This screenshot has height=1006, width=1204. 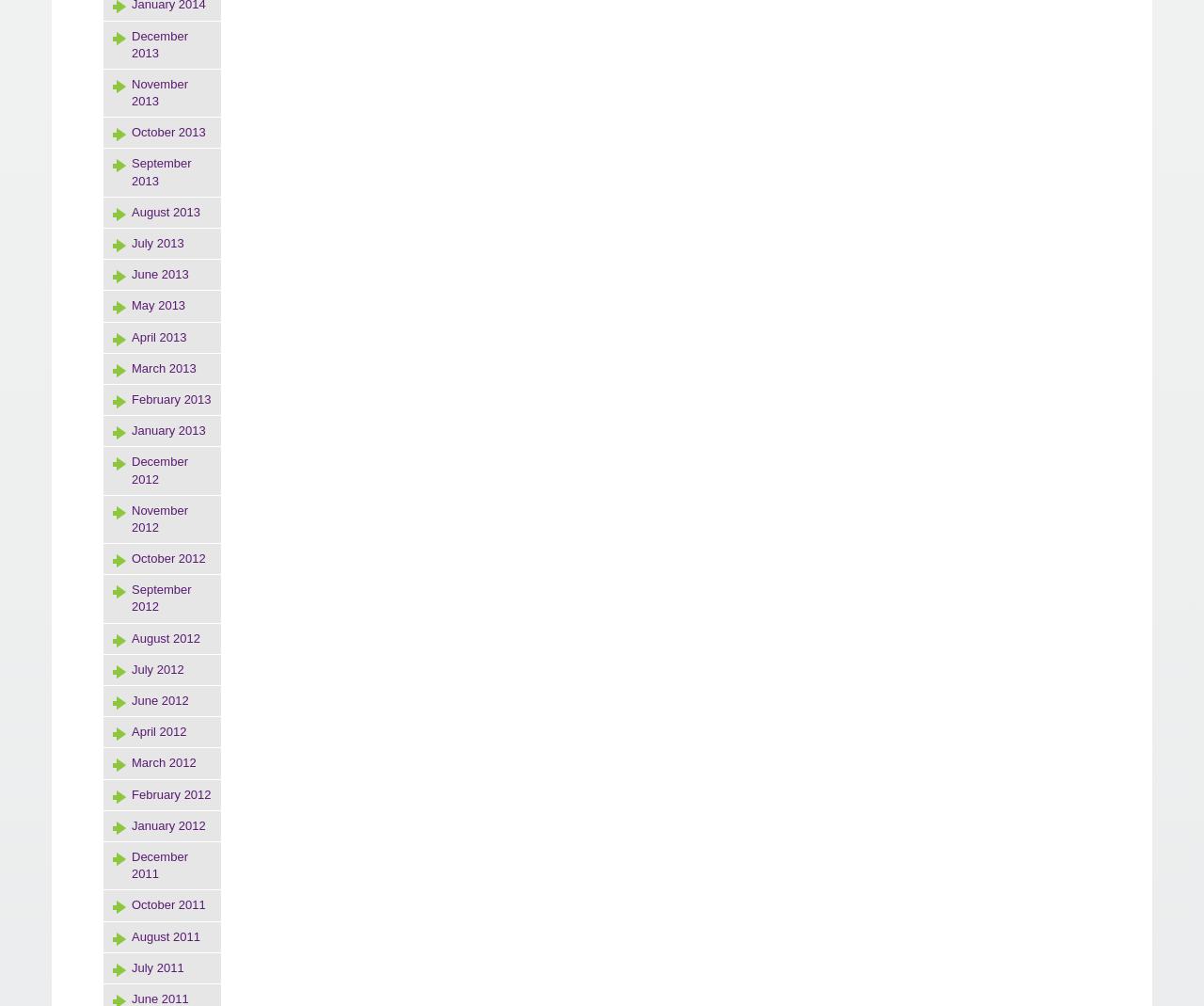 What do you see at coordinates (167, 429) in the screenshot?
I see `'January 2013'` at bounding box center [167, 429].